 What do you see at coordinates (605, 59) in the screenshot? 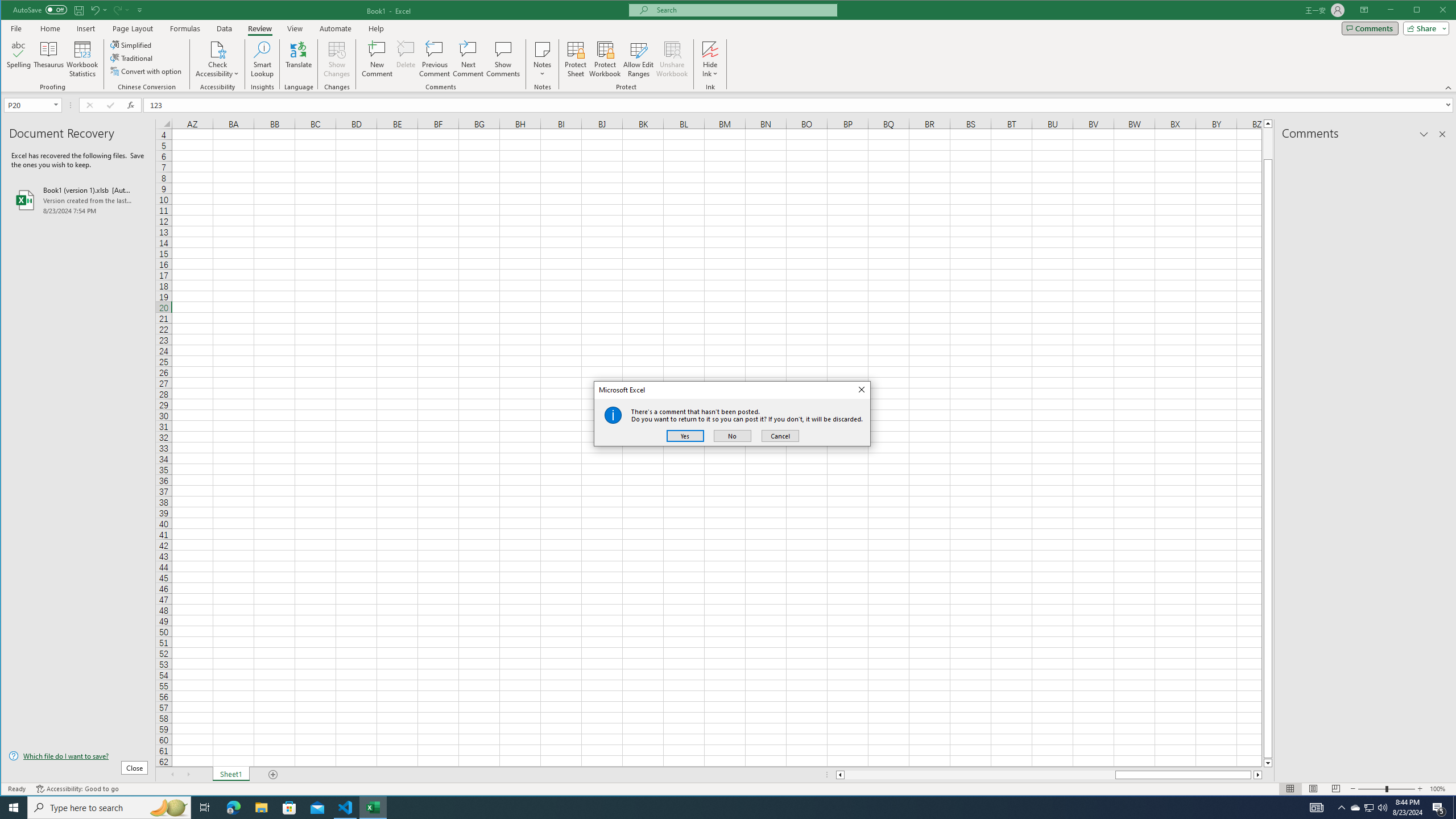
I see `'Protect Workbook...'` at bounding box center [605, 59].